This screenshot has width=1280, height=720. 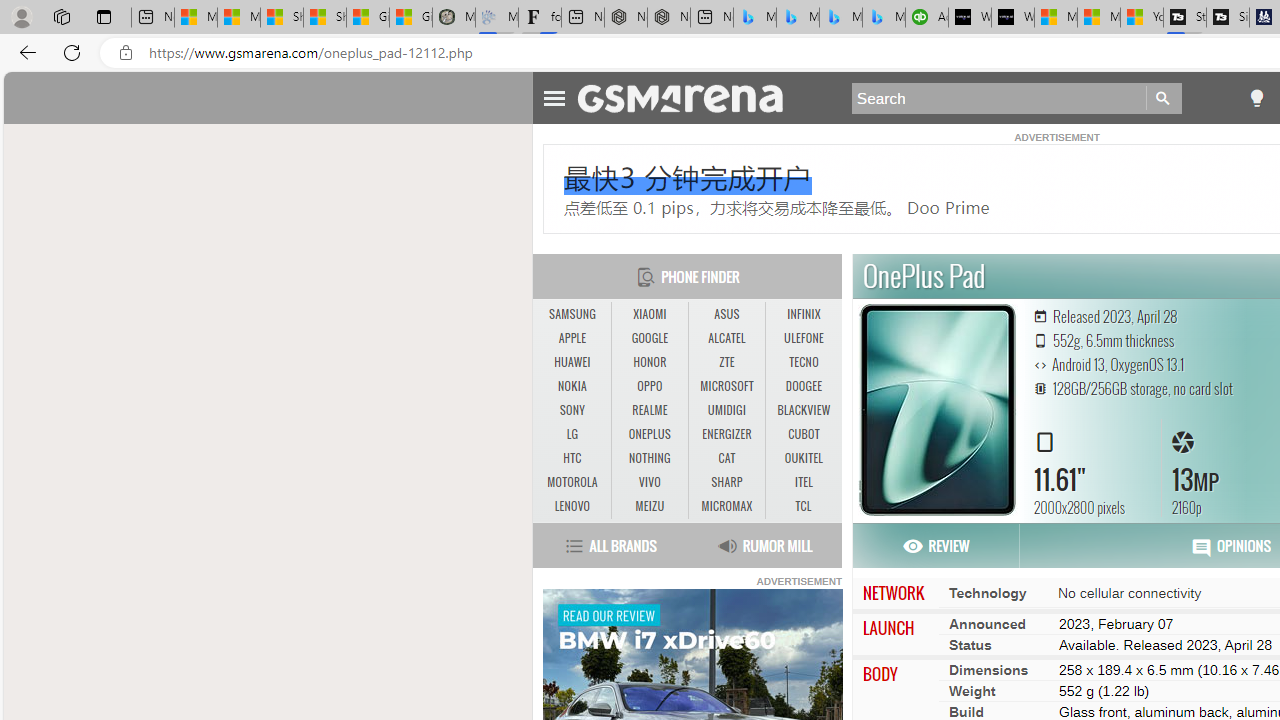 I want to click on 'What', so click(x=1013, y=17).